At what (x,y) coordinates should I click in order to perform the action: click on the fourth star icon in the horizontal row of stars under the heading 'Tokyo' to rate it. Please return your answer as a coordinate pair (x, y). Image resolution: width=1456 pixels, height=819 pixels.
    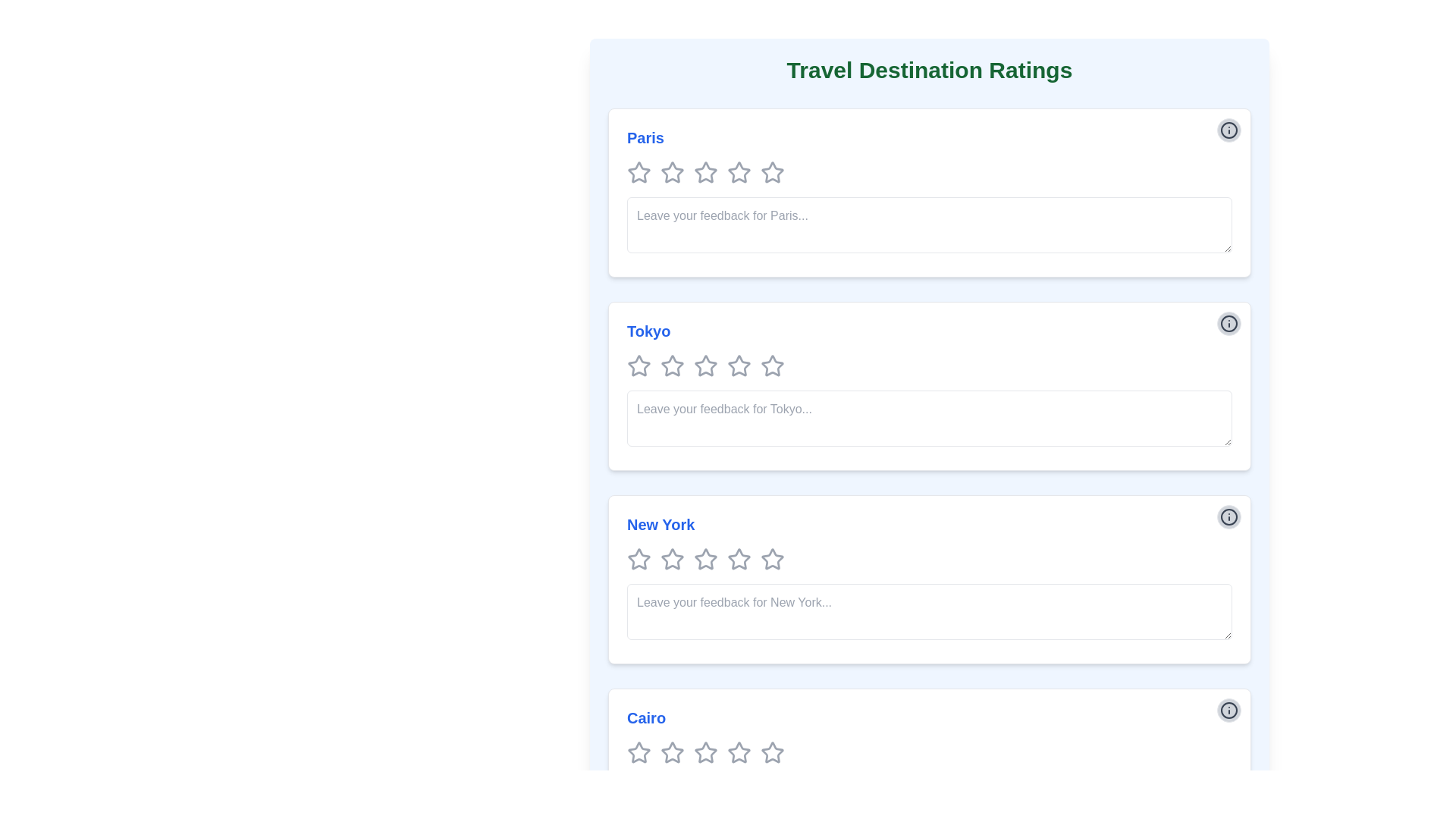
    Looking at the image, I should click on (772, 366).